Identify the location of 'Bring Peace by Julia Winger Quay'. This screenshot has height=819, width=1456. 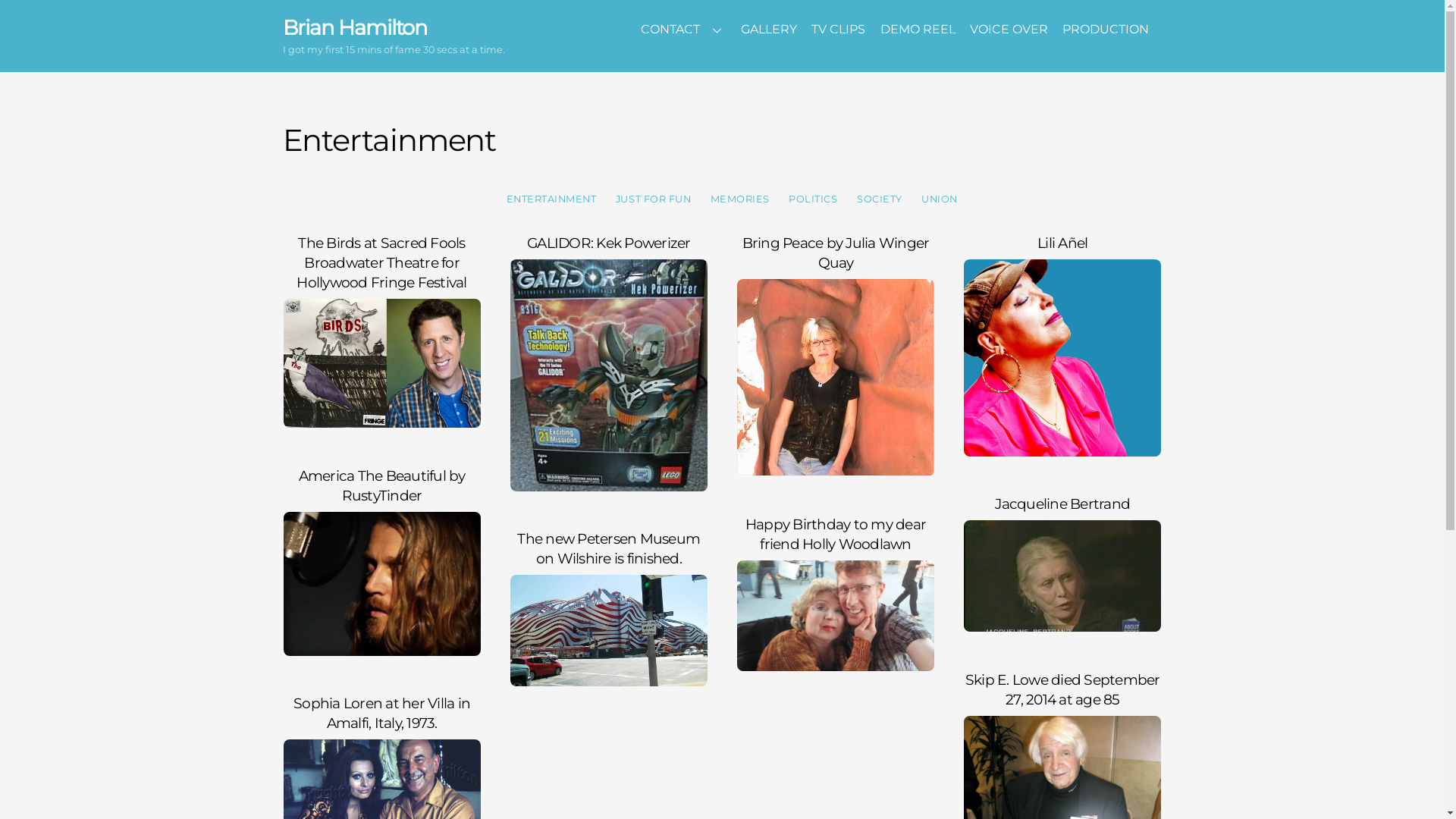
(835, 252).